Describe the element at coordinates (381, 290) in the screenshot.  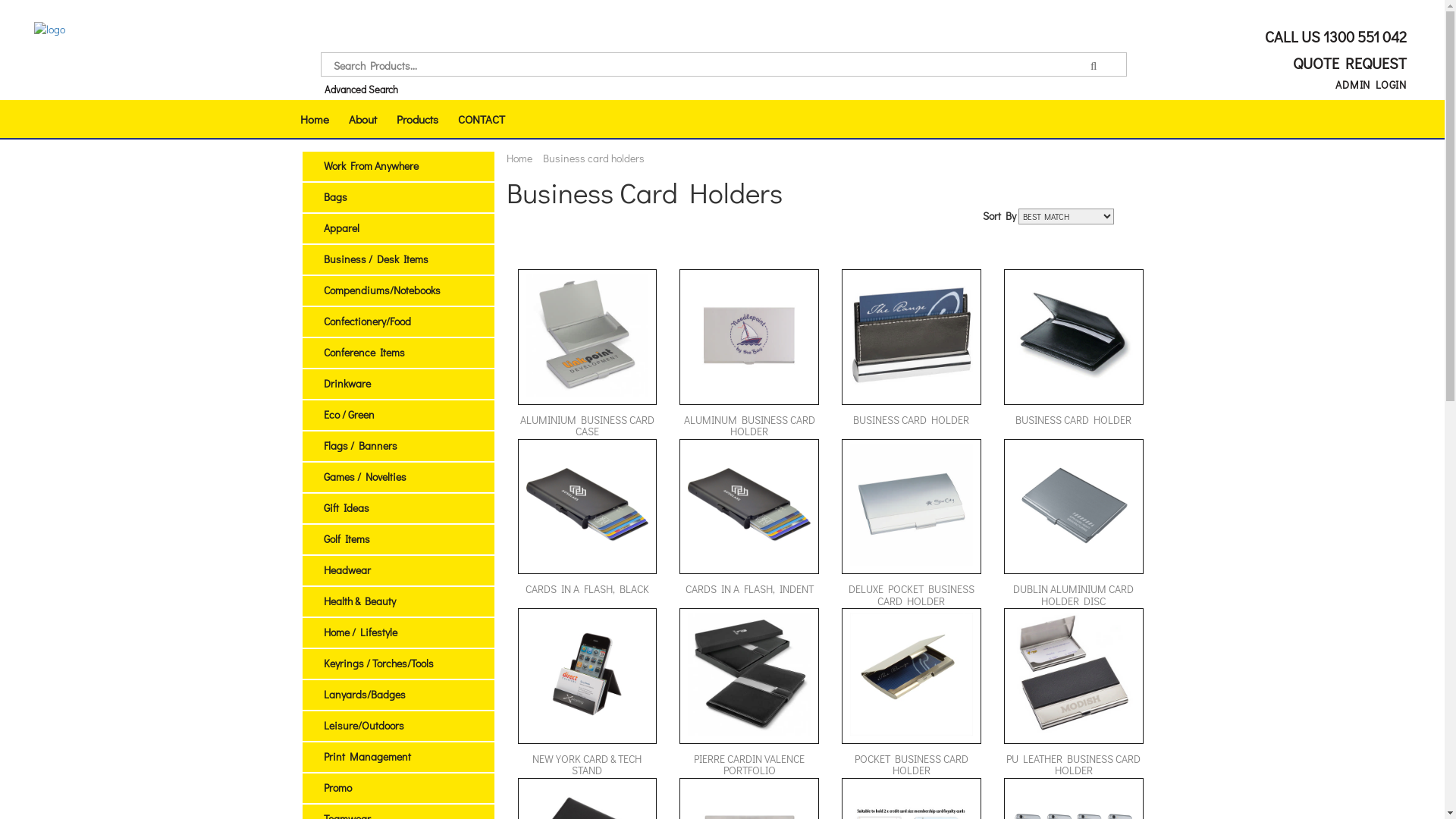
I see `'Compendiums/Notebooks'` at that location.